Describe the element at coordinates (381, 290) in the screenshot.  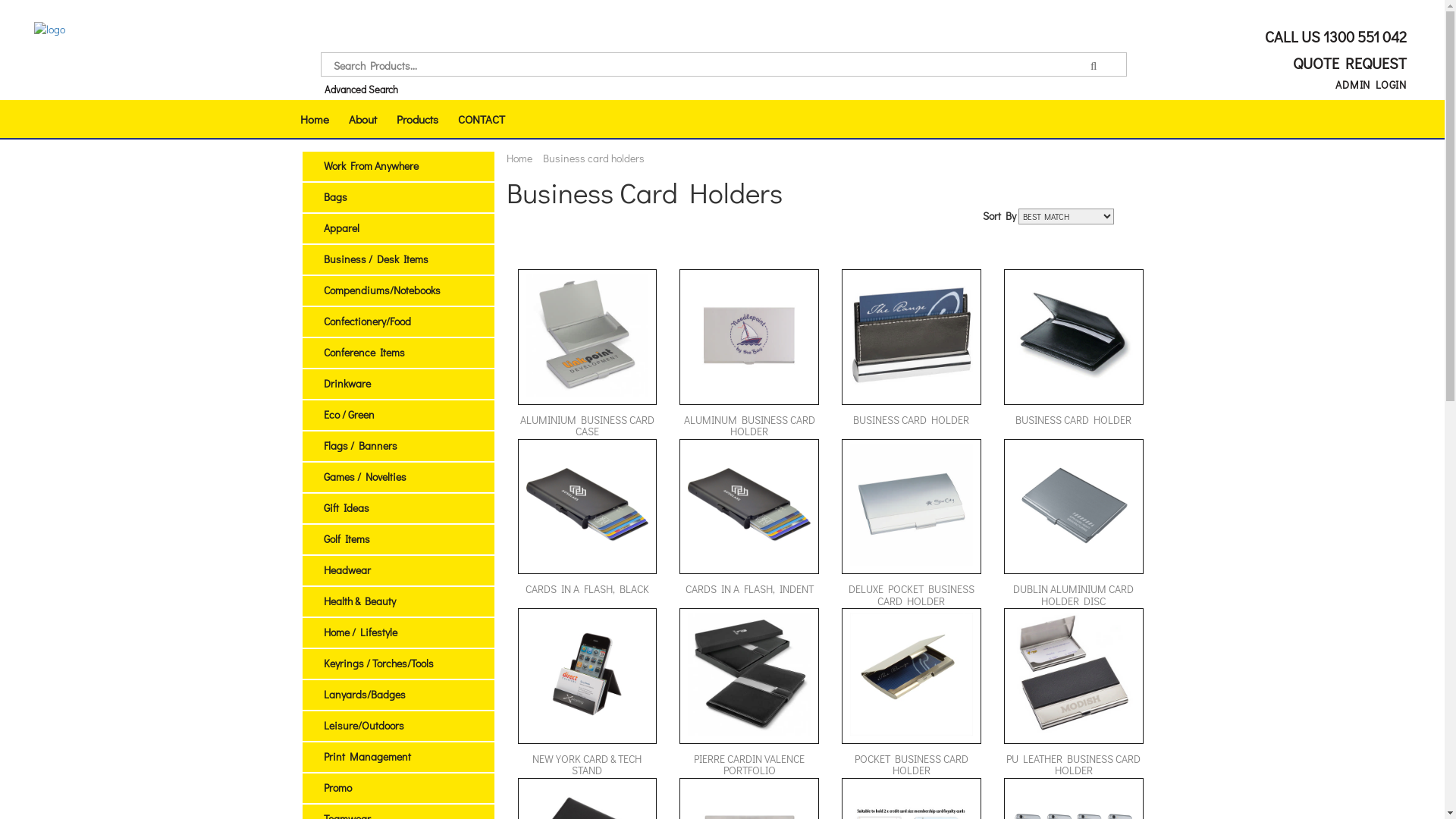
I see `'Compendiums/Notebooks'` at that location.